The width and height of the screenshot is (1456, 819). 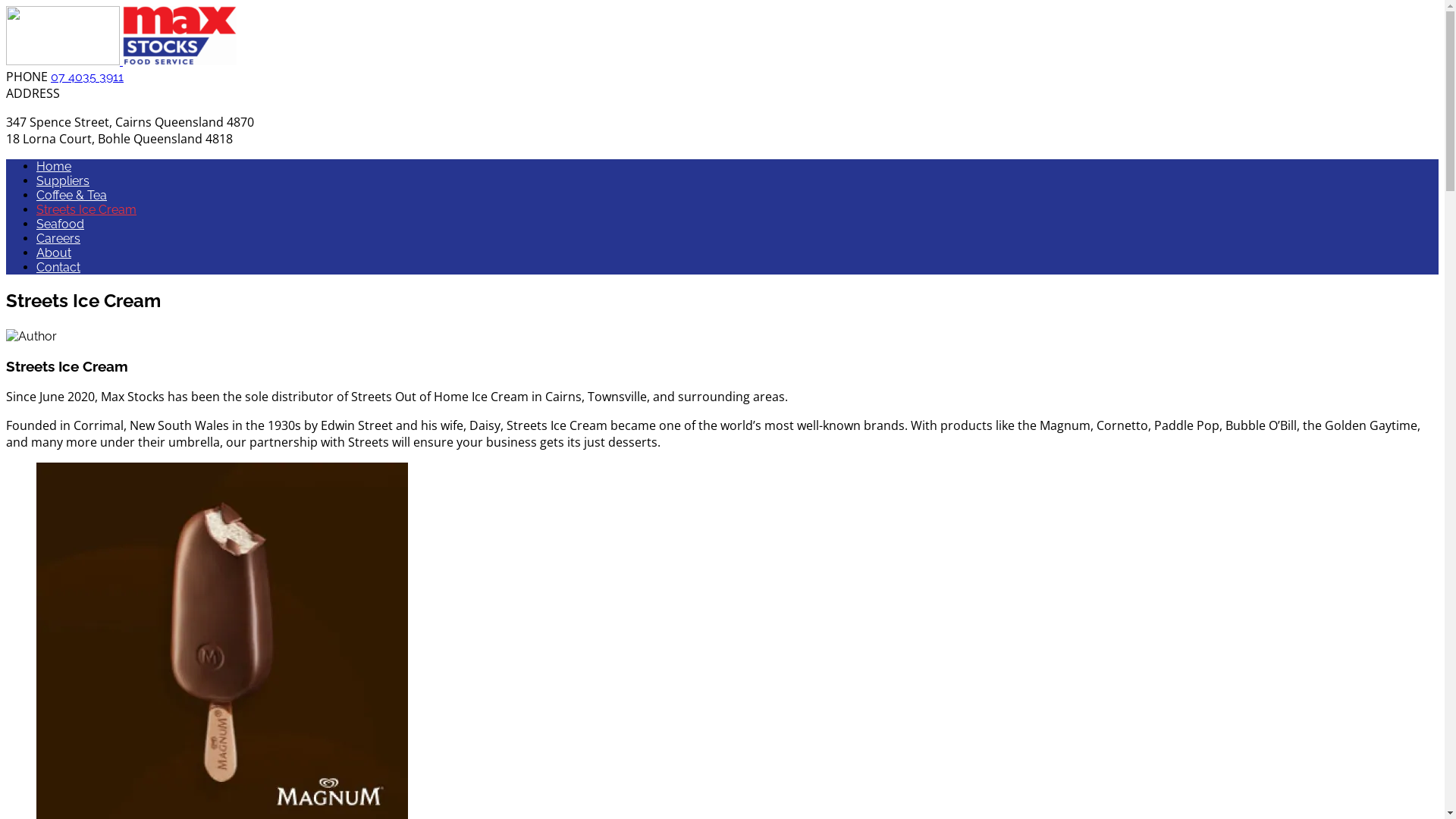 What do you see at coordinates (71, 194) in the screenshot?
I see `'Coffee & Tea'` at bounding box center [71, 194].